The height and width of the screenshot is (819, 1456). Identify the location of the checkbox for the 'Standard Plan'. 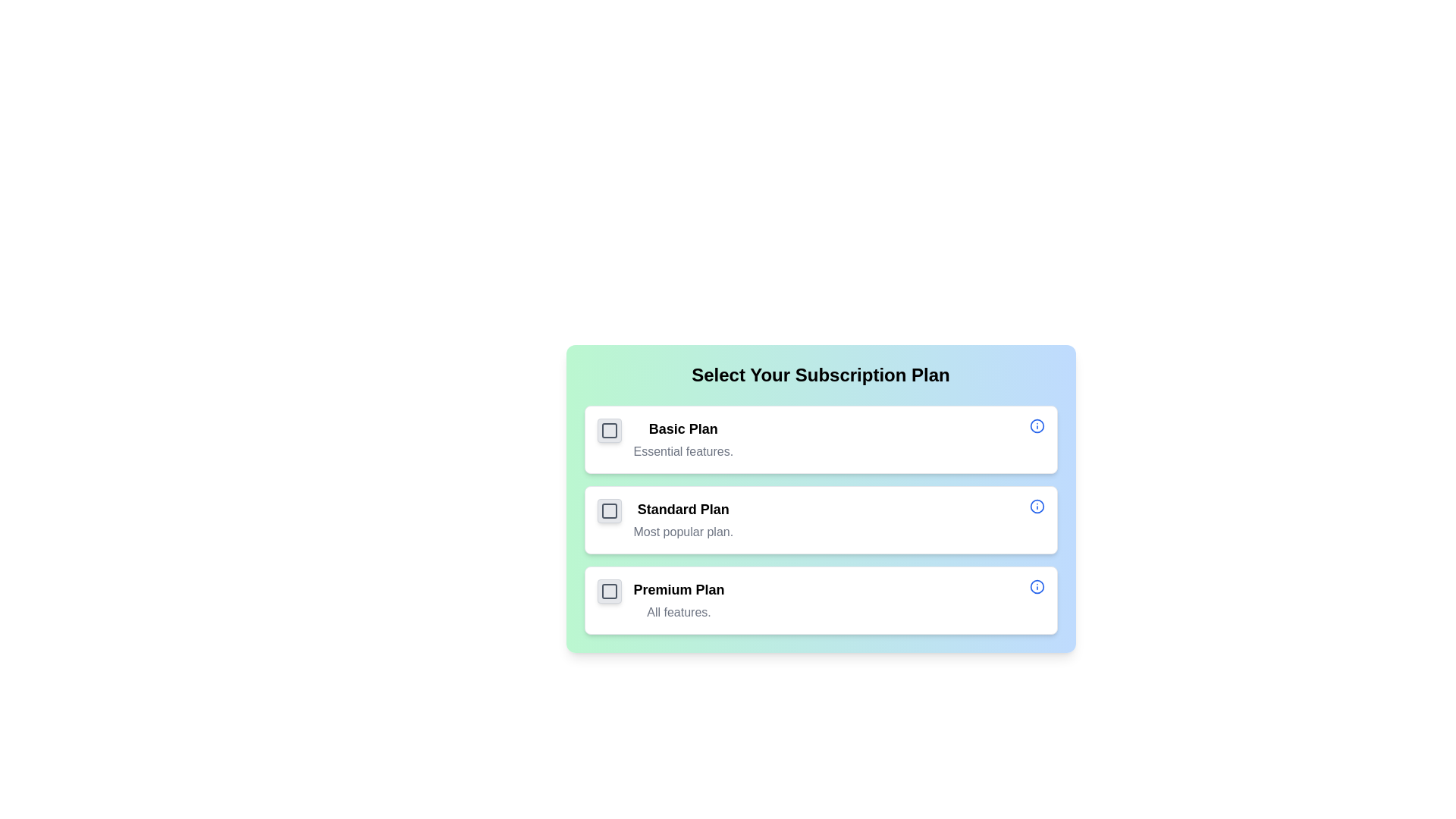
(609, 511).